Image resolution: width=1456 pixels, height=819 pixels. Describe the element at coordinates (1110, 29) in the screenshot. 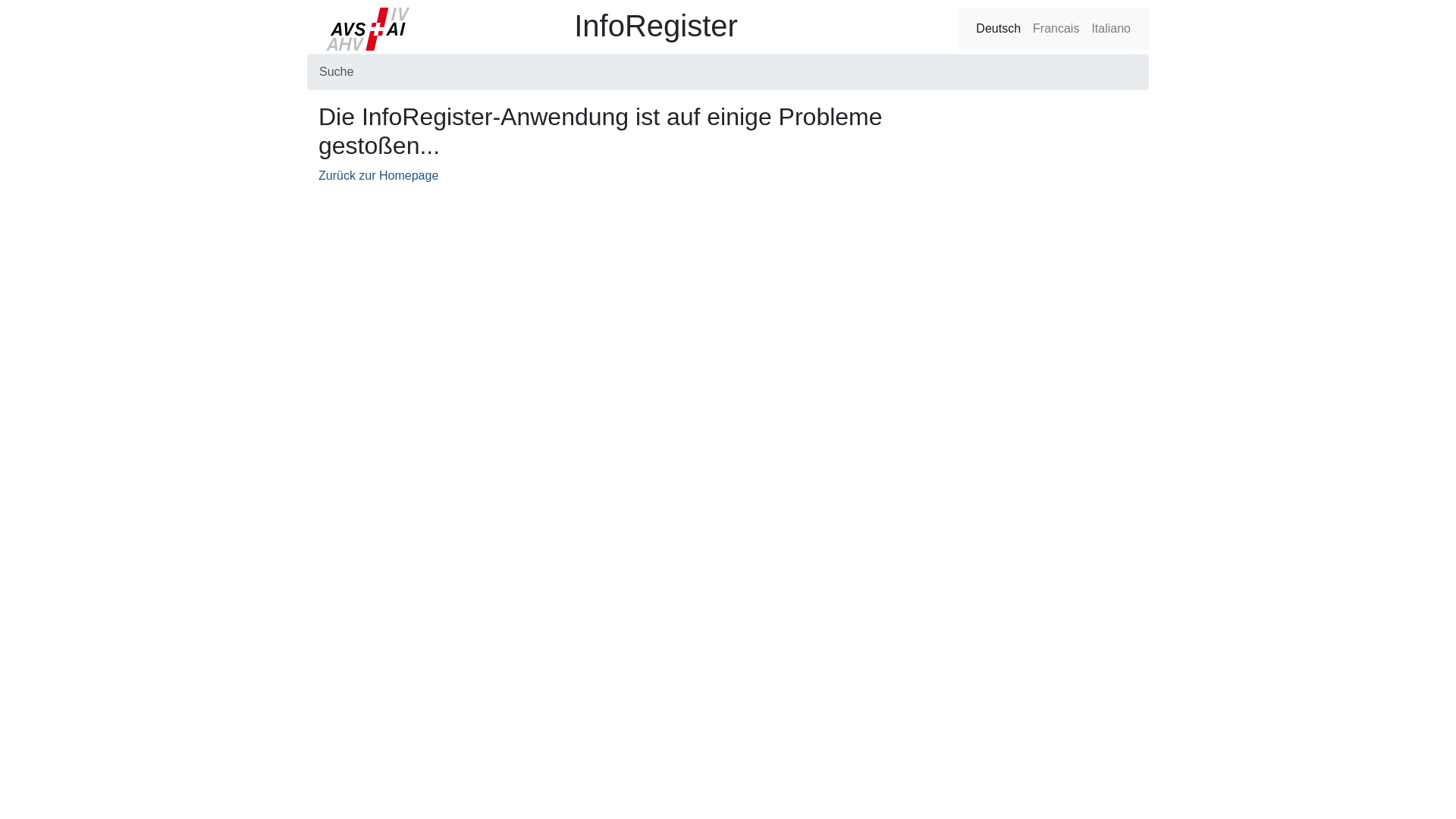

I see `'Italiano'` at that location.